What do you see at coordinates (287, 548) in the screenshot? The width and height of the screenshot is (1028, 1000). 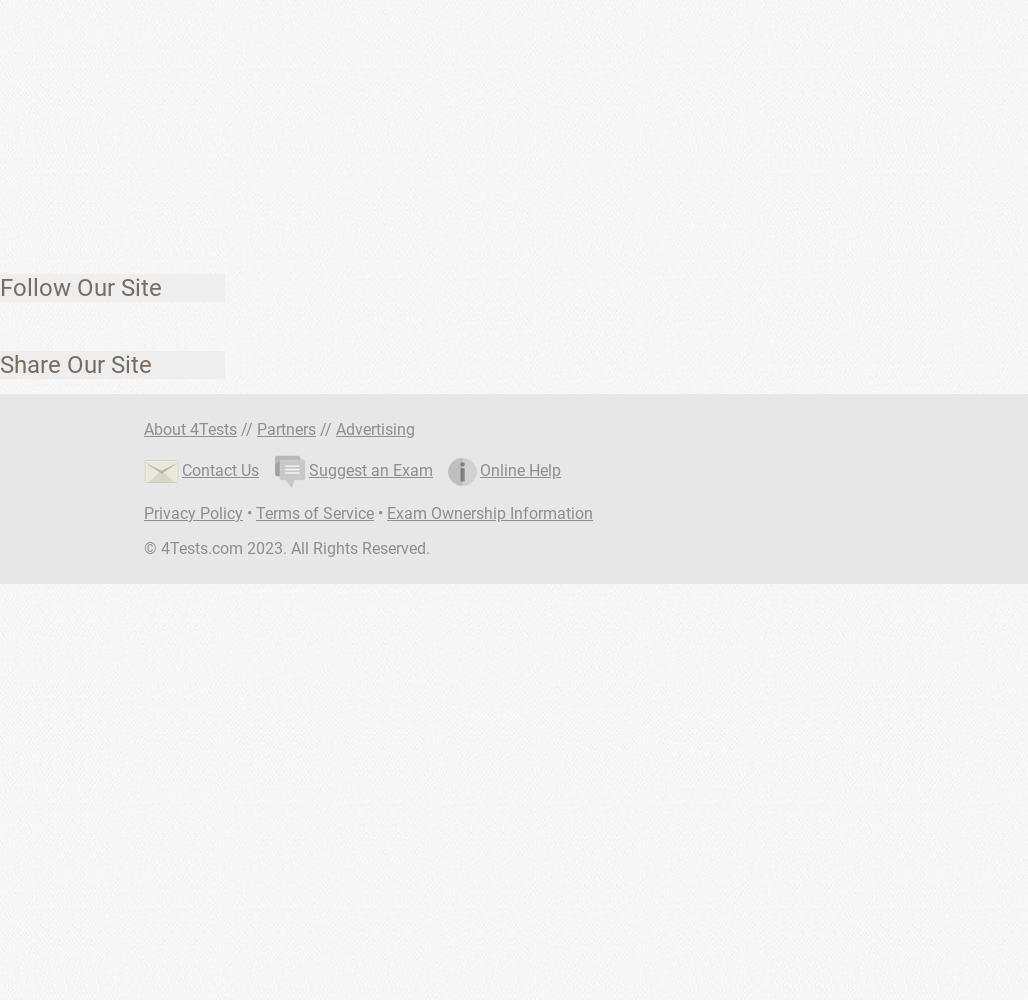 I see `'© 4Tests.com 2023. All Rights Reserved.'` at bounding box center [287, 548].